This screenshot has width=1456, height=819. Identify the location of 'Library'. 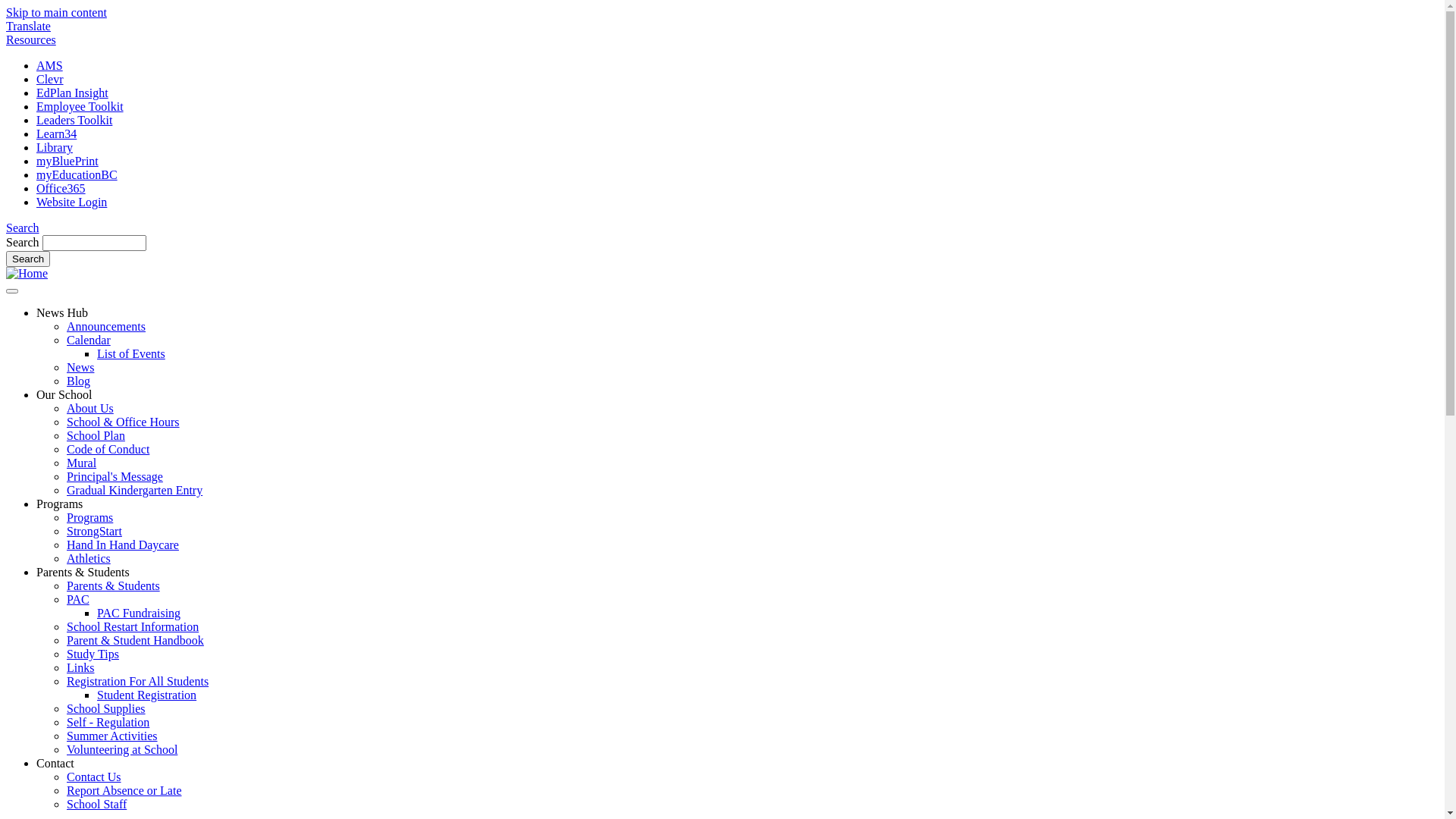
(55, 147).